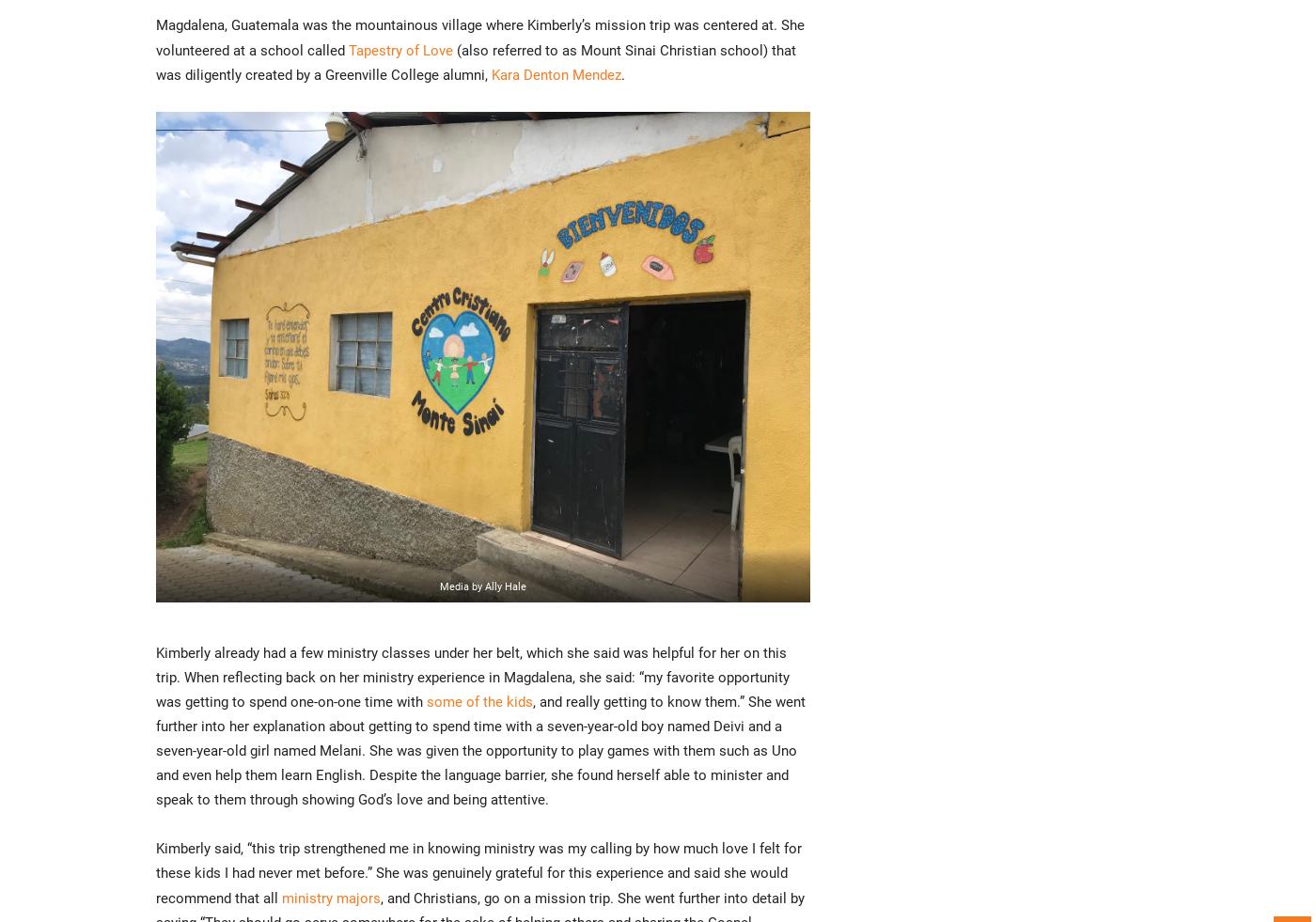 The width and height of the screenshot is (1316, 922). I want to click on 'Kimberly said, “this trip strengthened me in knowing ministry was my calling by how much love I felt for these kids I had never met before.” She was genuinely grateful for this experience and said she would recommend that all', so click(156, 873).